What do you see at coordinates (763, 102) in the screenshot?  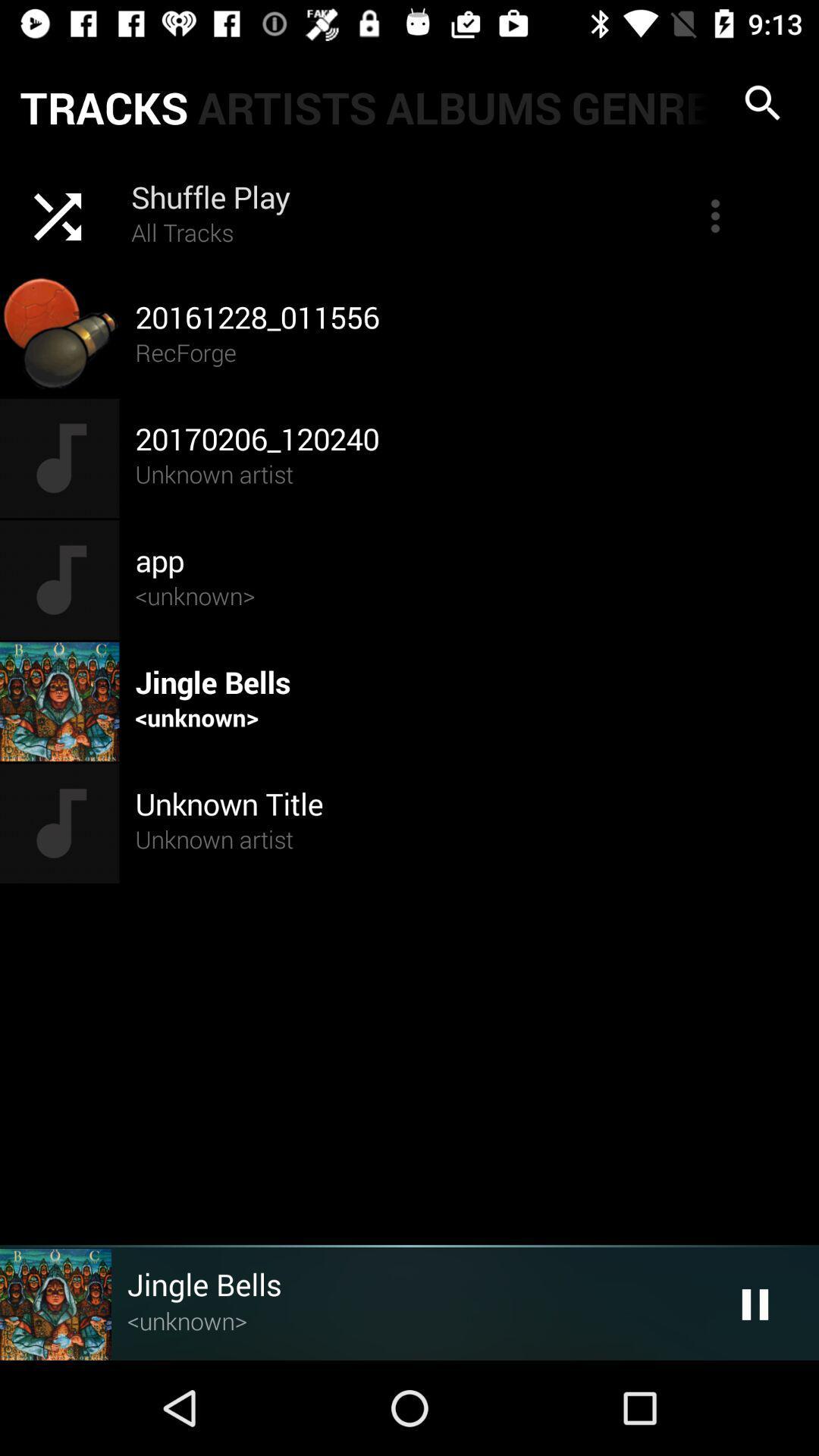 I see `the search icon` at bounding box center [763, 102].